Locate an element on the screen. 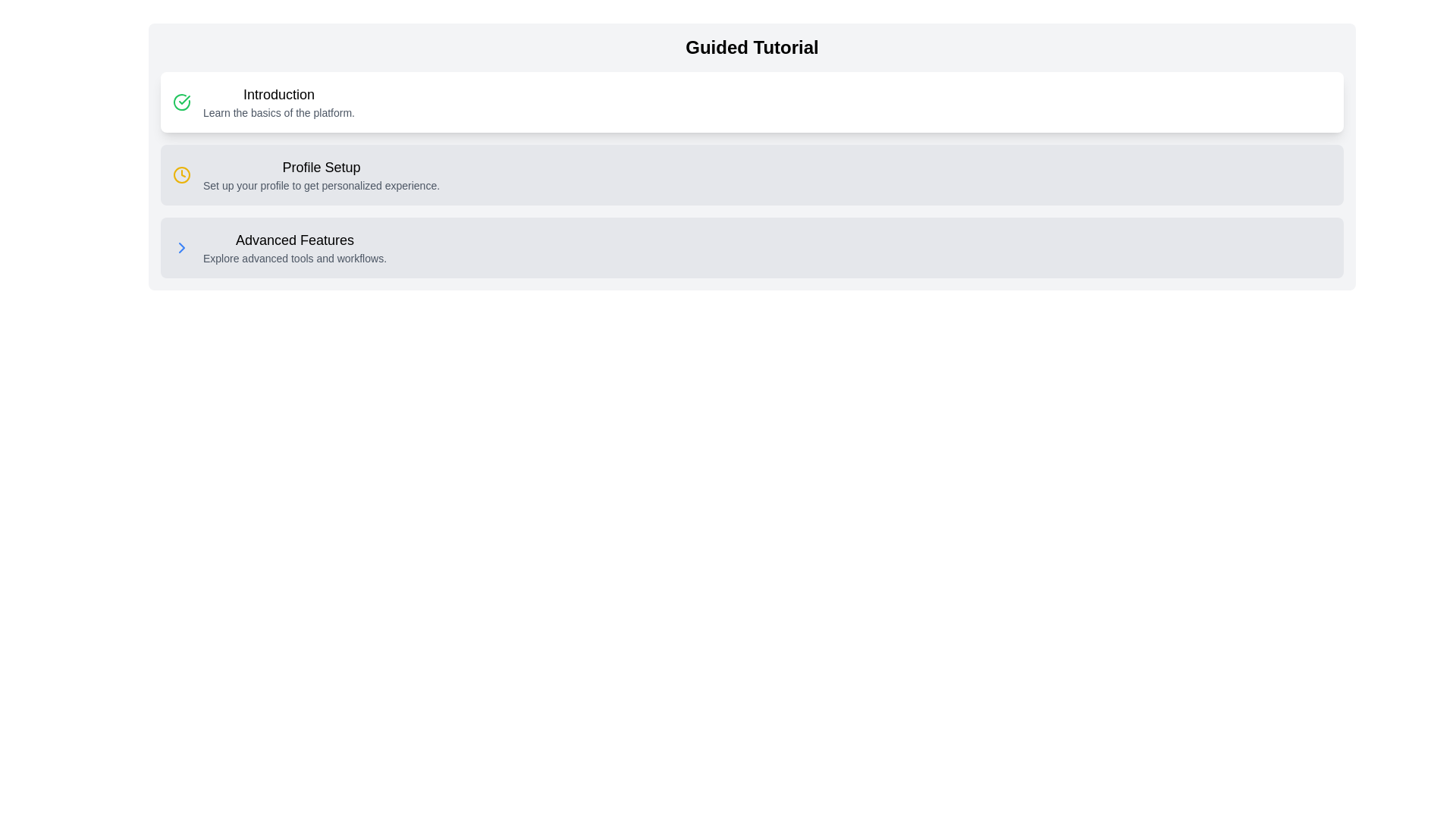  text content element labeled 'Profile Setup' which consists of a larger bold line and a smaller gray line below it, displayed in a tutorial interface is located at coordinates (321, 174).